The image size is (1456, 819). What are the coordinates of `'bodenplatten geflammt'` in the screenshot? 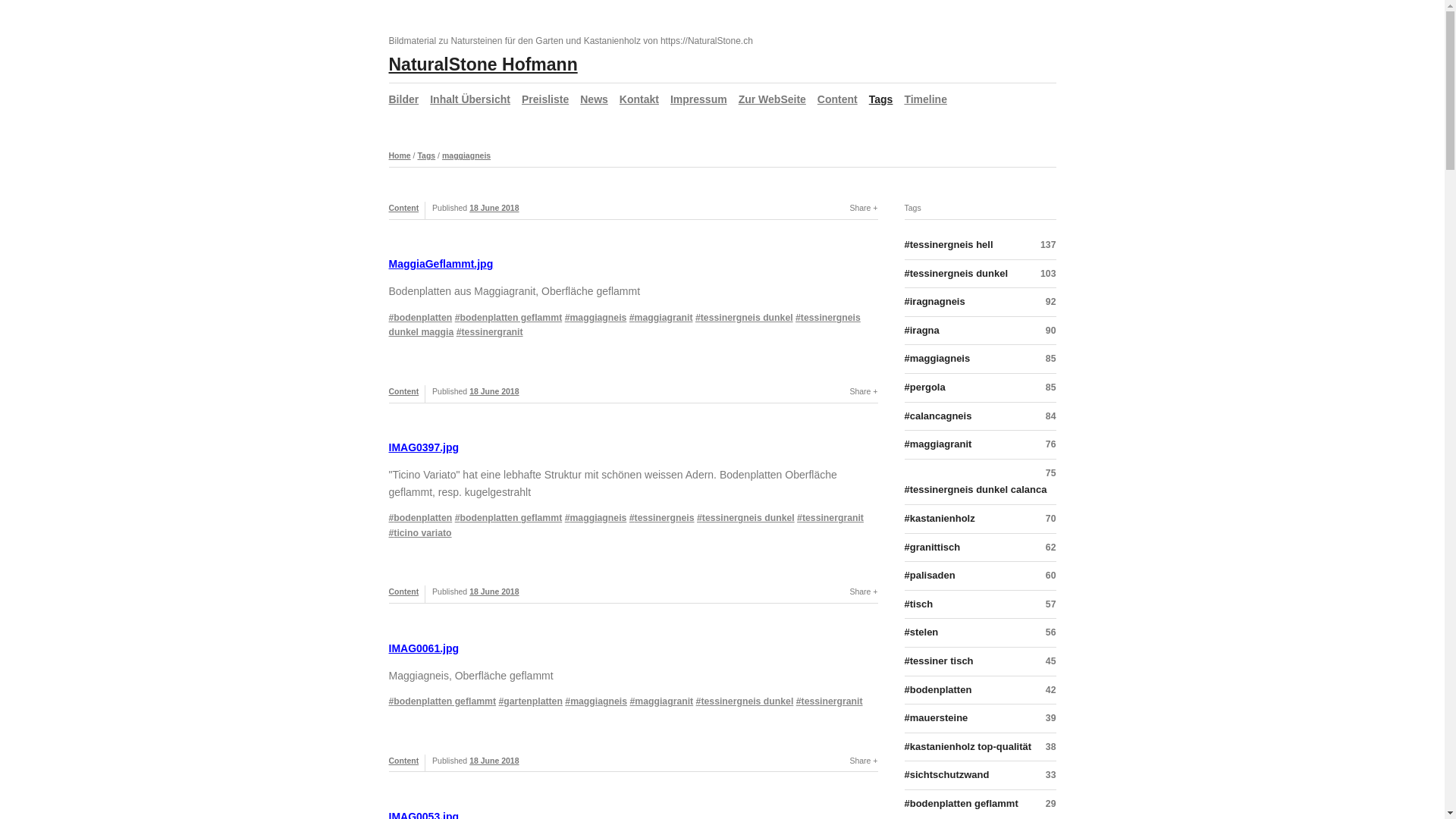 It's located at (509, 317).